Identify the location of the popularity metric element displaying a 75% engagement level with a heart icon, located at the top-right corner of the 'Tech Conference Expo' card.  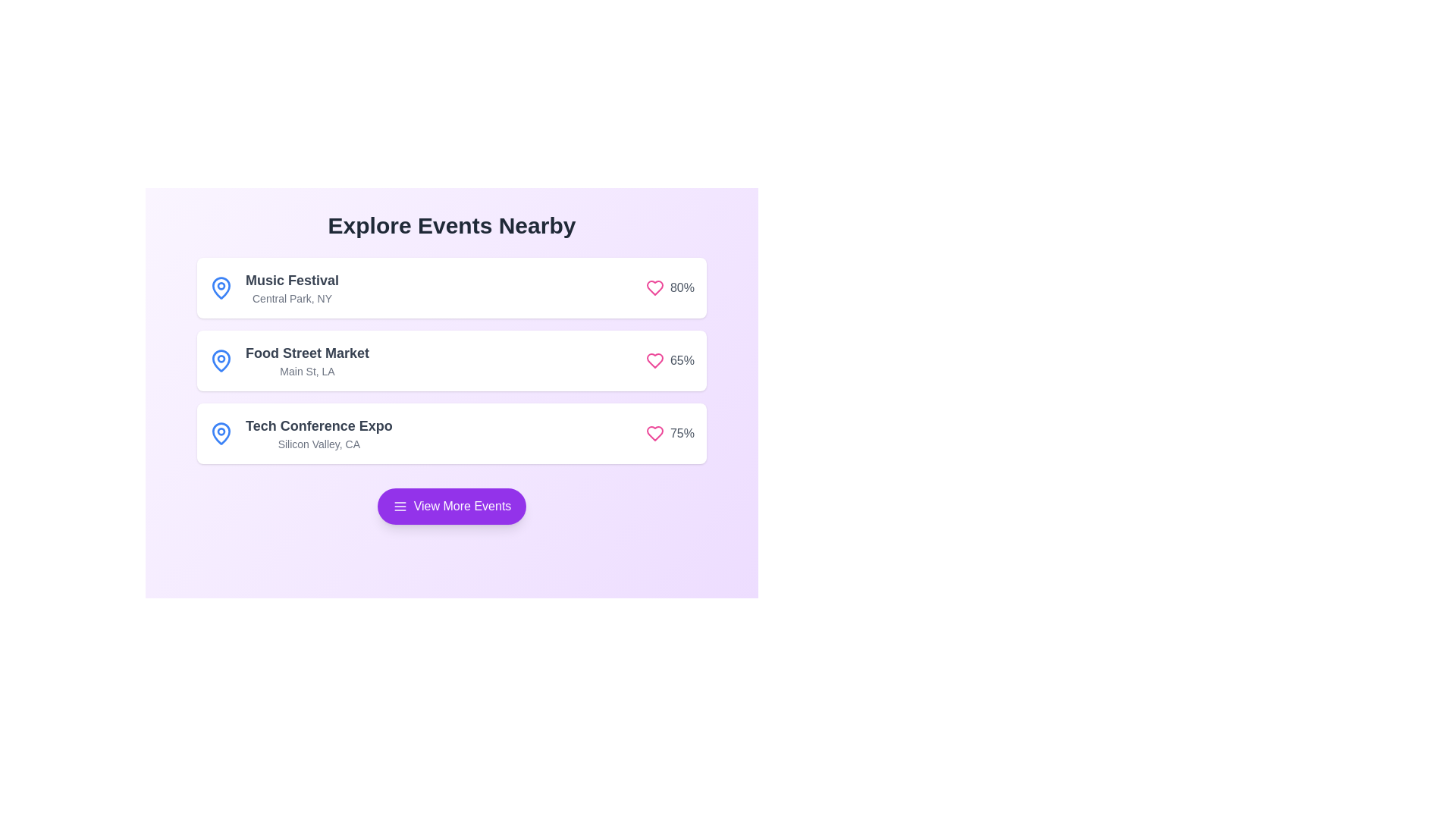
(669, 433).